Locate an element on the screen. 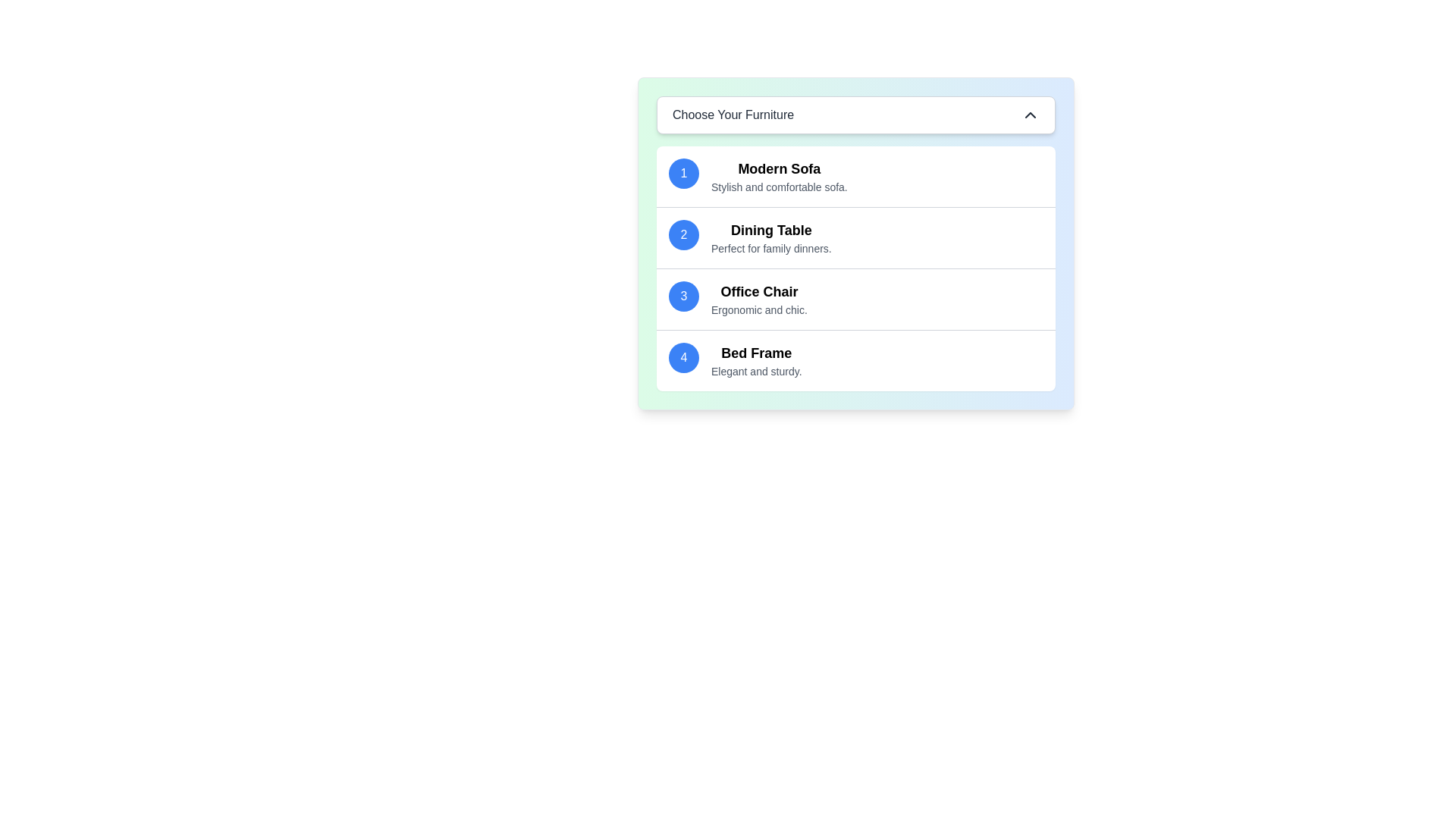  the list item 'Dining Table' with a circular blue background containing the number '2' is located at coordinates (855, 237).